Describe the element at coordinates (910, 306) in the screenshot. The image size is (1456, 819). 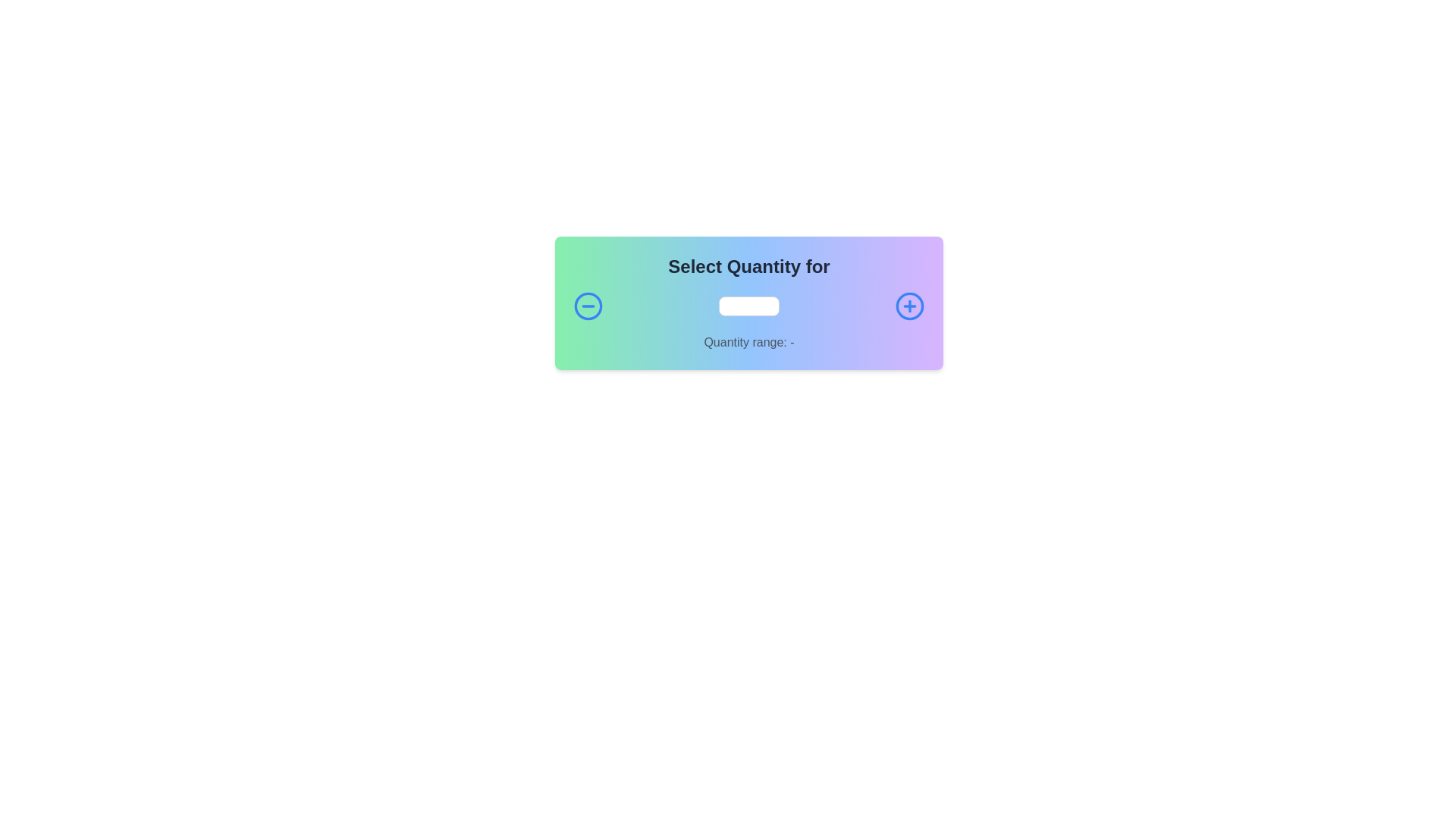
I see `the increment button, which is a circular button located on the right-hand side of the counter interface, to increase the numerical value displayed in the counter` at that location.